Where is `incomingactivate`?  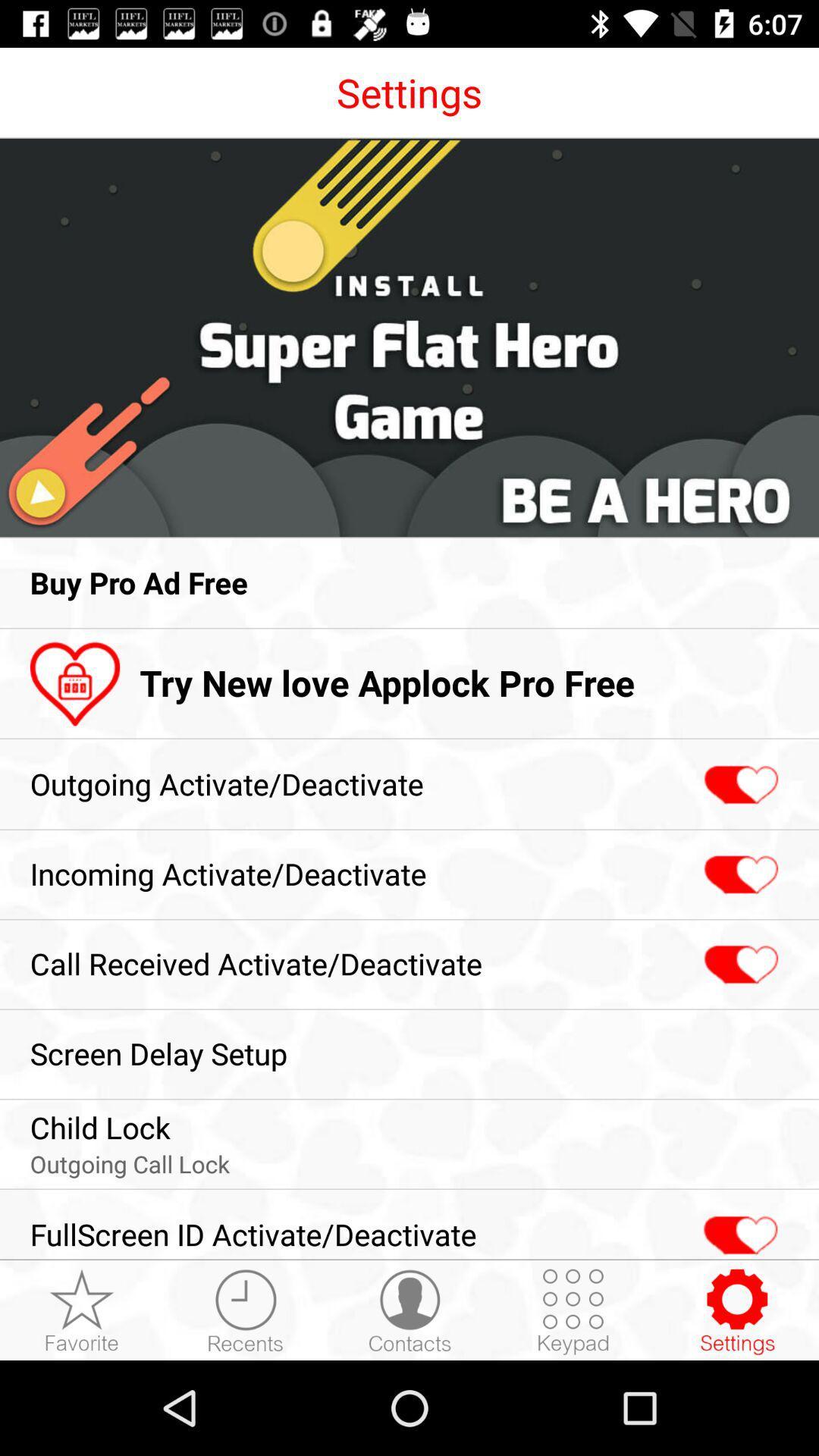 incomingactivate is located at coordinates (739, 875).